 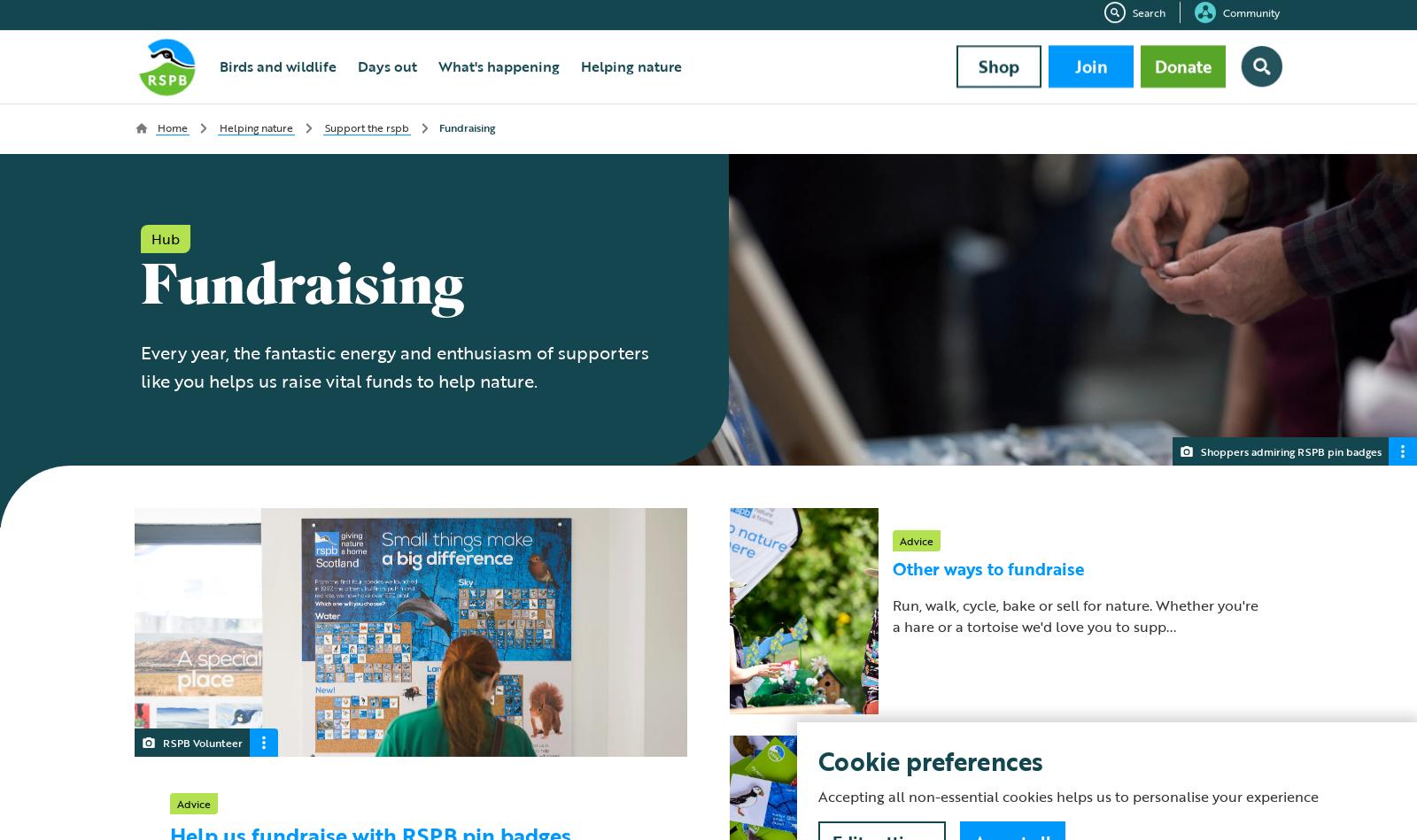 What do you see at coordinates (392, 366) in the screenshot?
I see `'Every year, the fantastic energy and enthusiasm of supporters like you helps us raise vital funds to help nature.'` at bounding box center [392, 366].